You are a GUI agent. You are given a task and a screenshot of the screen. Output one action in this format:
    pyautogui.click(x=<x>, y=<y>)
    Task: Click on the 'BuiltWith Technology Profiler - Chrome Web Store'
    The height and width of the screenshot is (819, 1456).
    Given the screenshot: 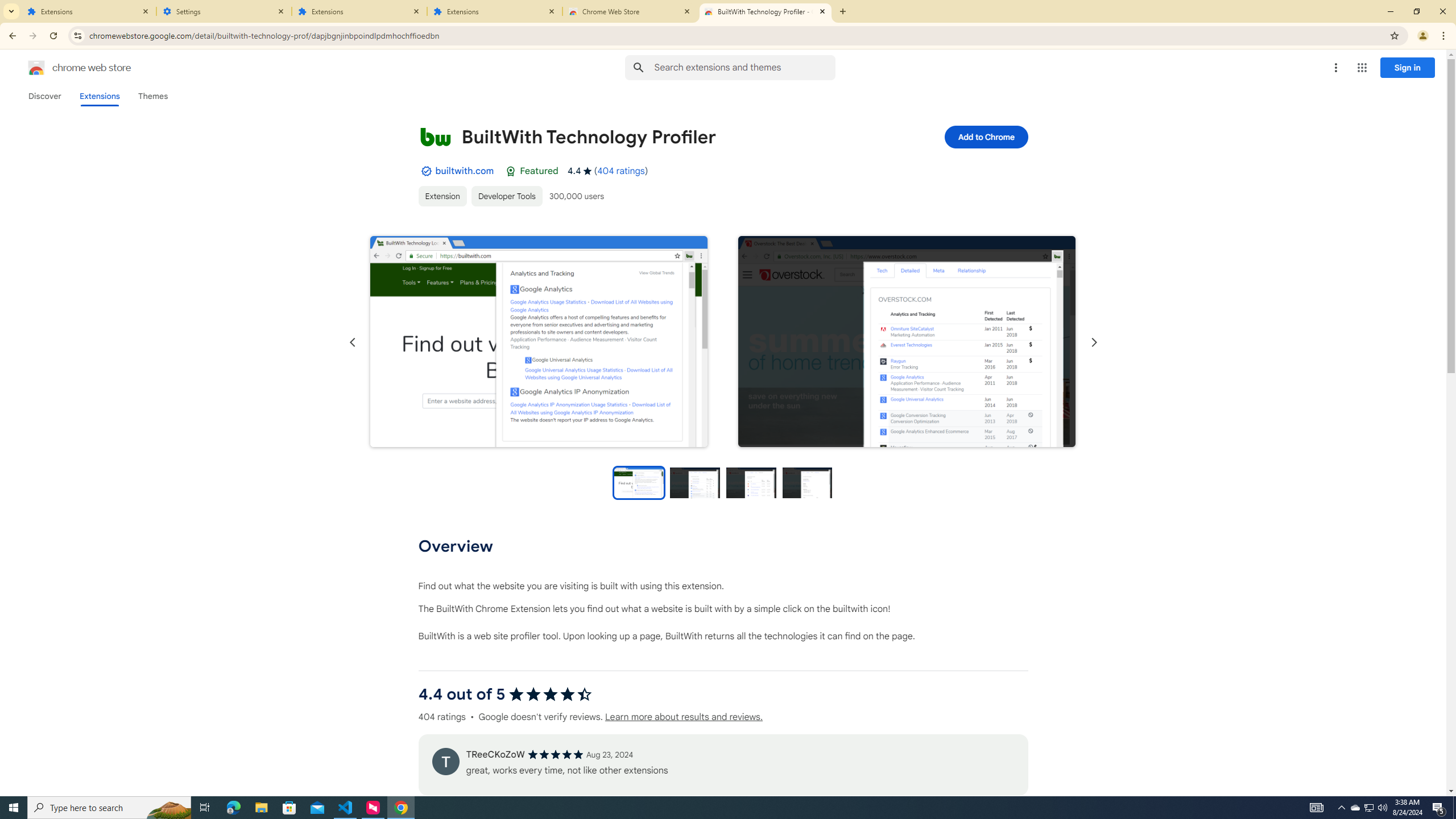 What is the action you would take?
    pyautogui.click(x=765, y=11)
    